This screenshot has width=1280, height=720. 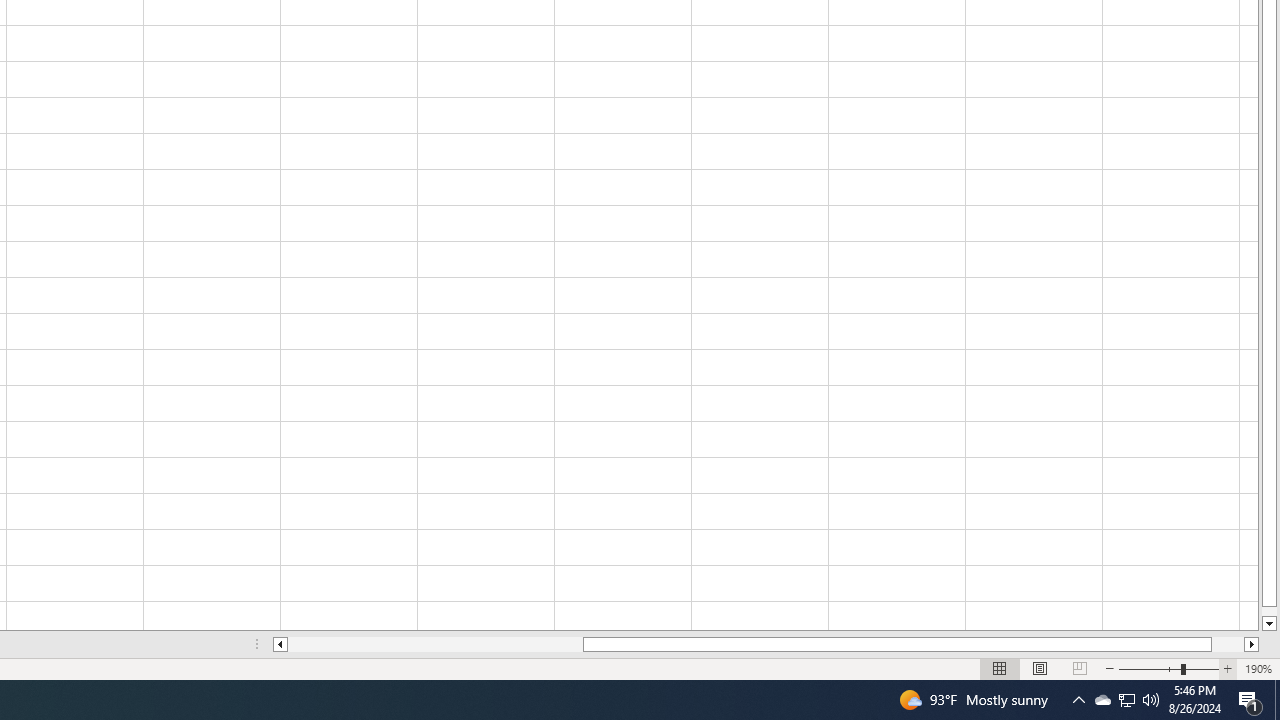 What do you see at coordinates (434, 644) in the screenshot?
I see `'Page left'` at bounding box center [434, 644].